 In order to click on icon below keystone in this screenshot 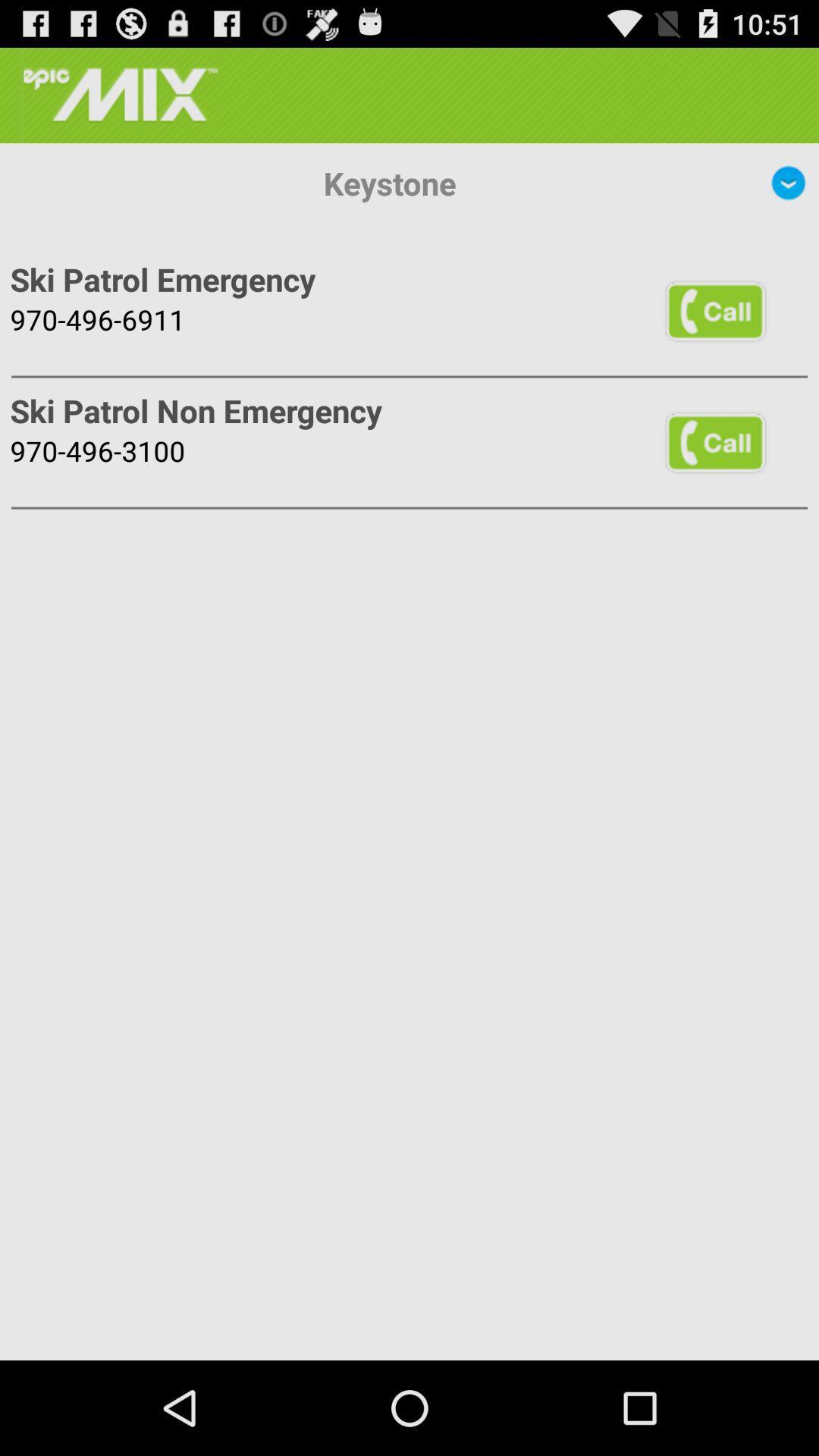, I will do `click(715, 309)`.